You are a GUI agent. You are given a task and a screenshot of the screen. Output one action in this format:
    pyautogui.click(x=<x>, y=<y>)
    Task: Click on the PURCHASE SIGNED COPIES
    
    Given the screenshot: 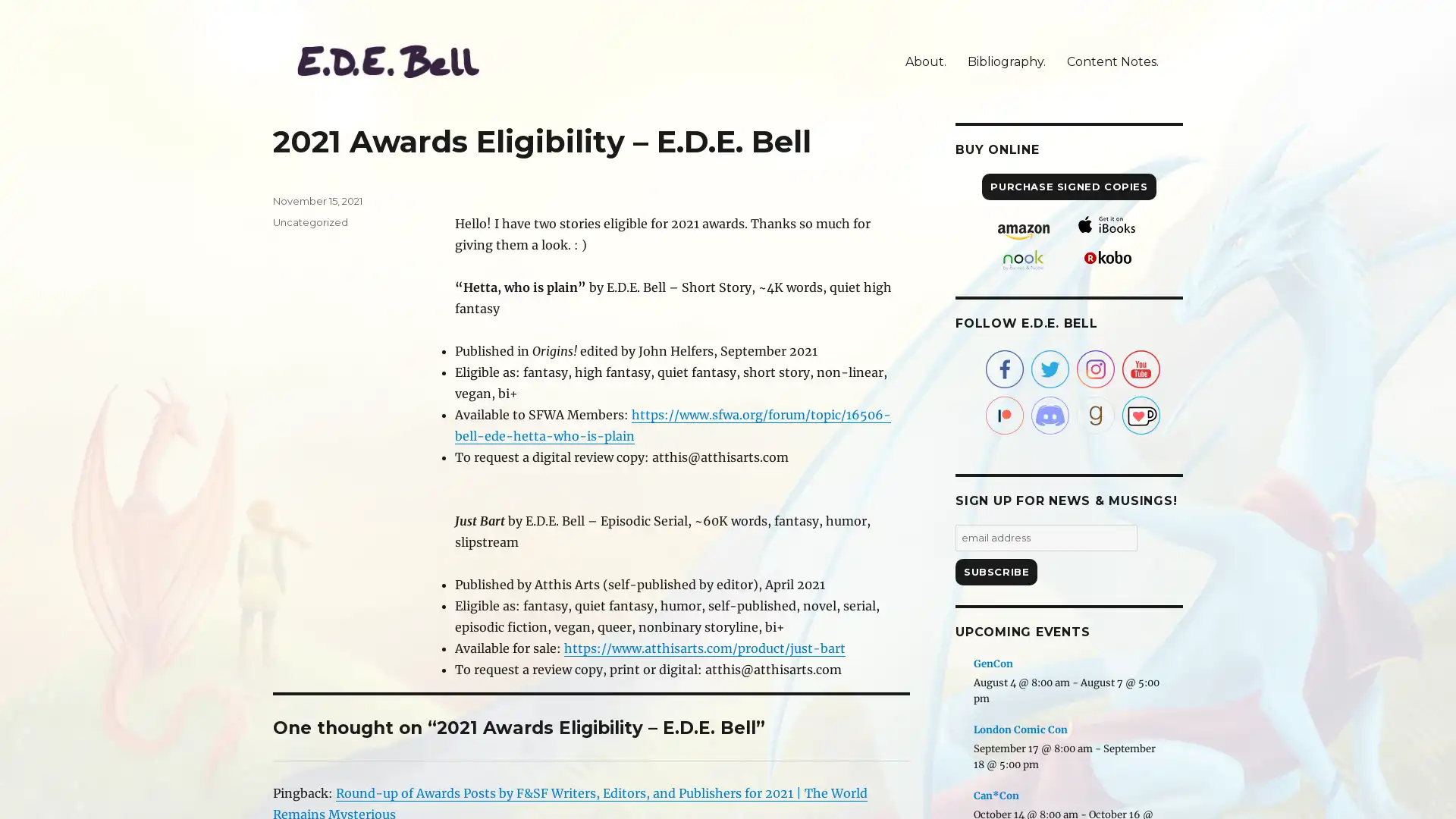 What is the action you would take?
    pyautogui.click(x=1068, y=186)
    